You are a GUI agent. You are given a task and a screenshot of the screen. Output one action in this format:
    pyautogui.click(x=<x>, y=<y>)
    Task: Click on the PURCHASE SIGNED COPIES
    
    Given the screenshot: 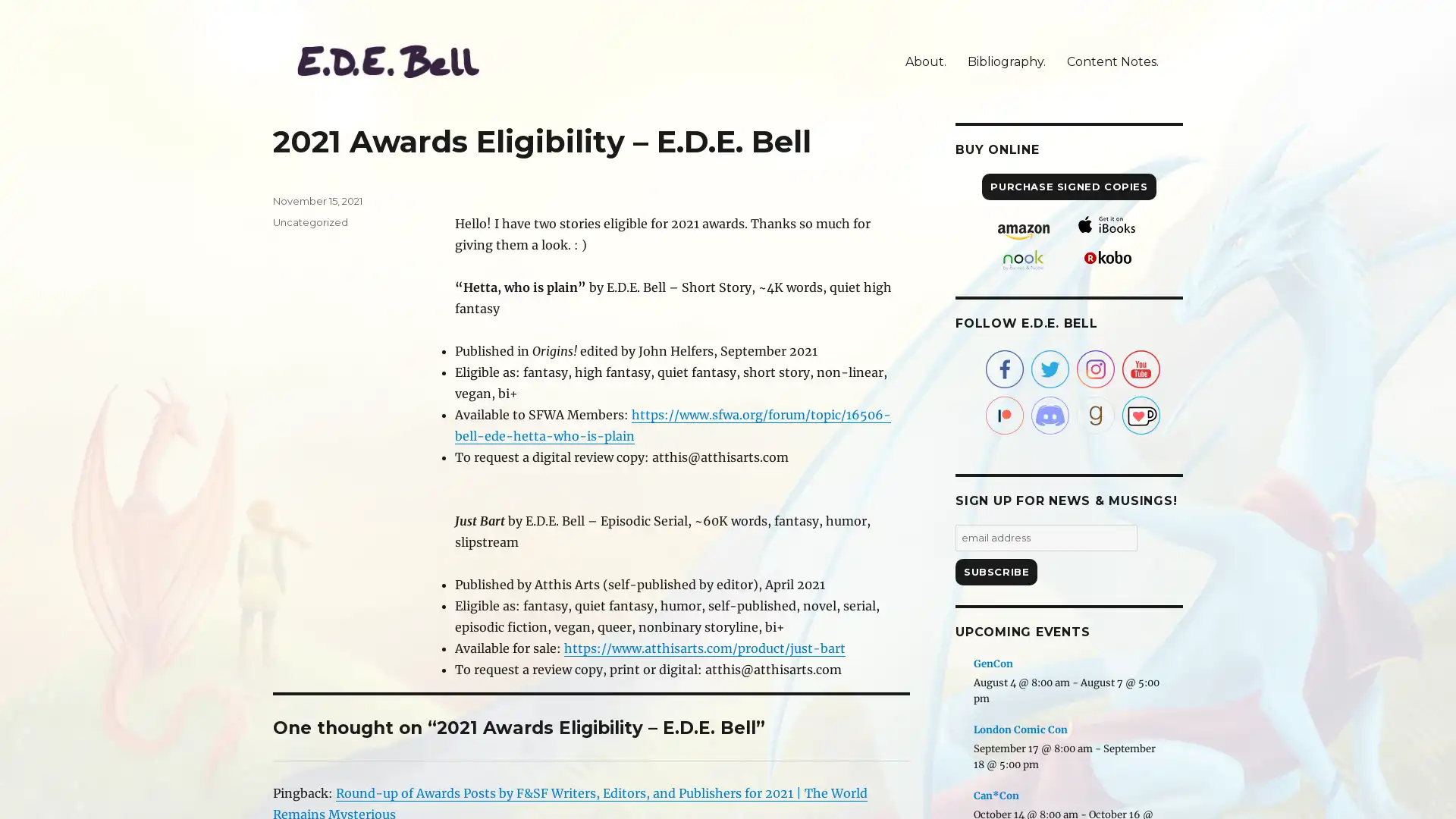 What is the action you would take?
    pyautogui.click(x=1068, y=186)
    